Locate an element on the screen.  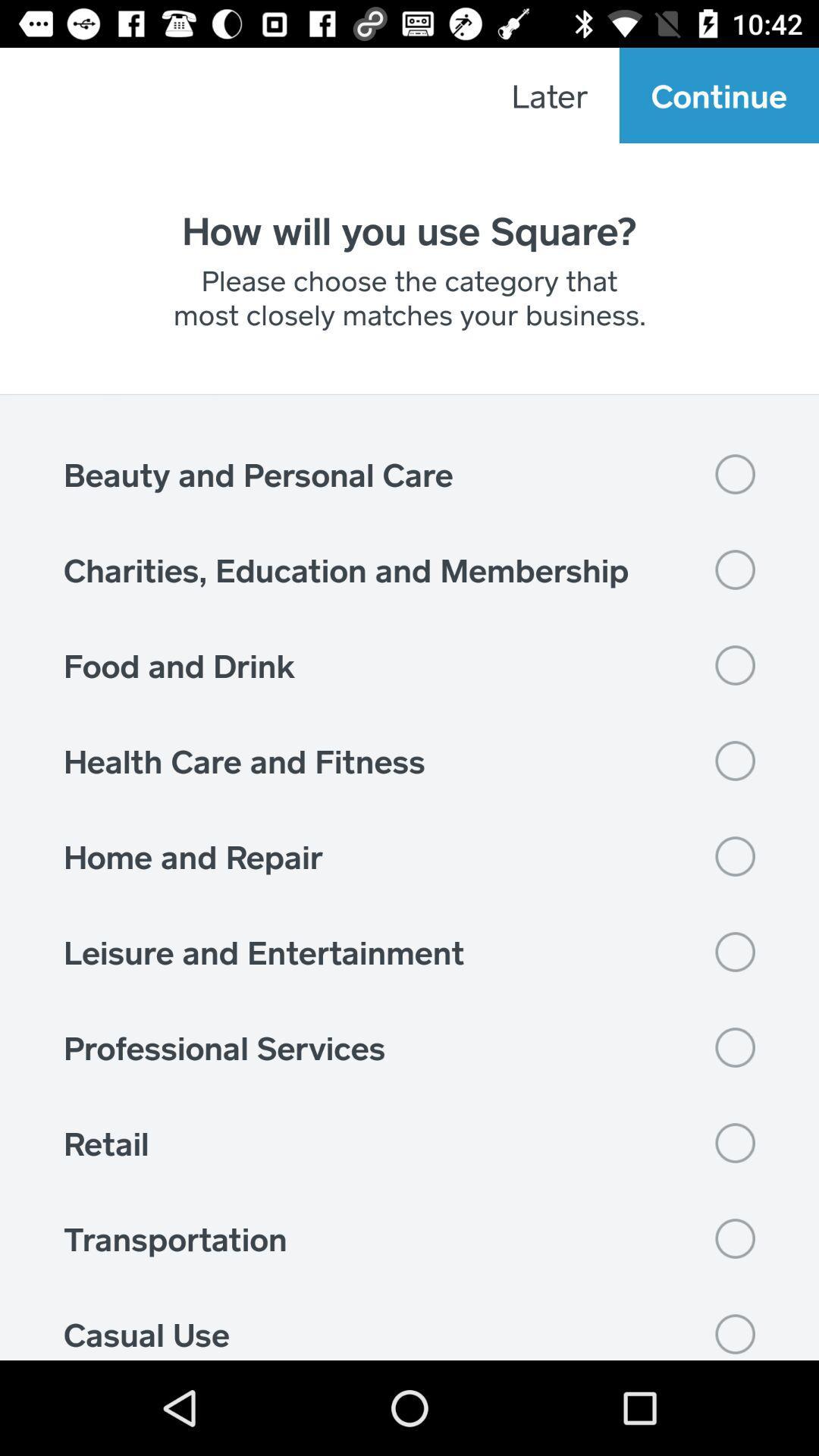
icon below home and repair item is located at coordinates (409, 951).